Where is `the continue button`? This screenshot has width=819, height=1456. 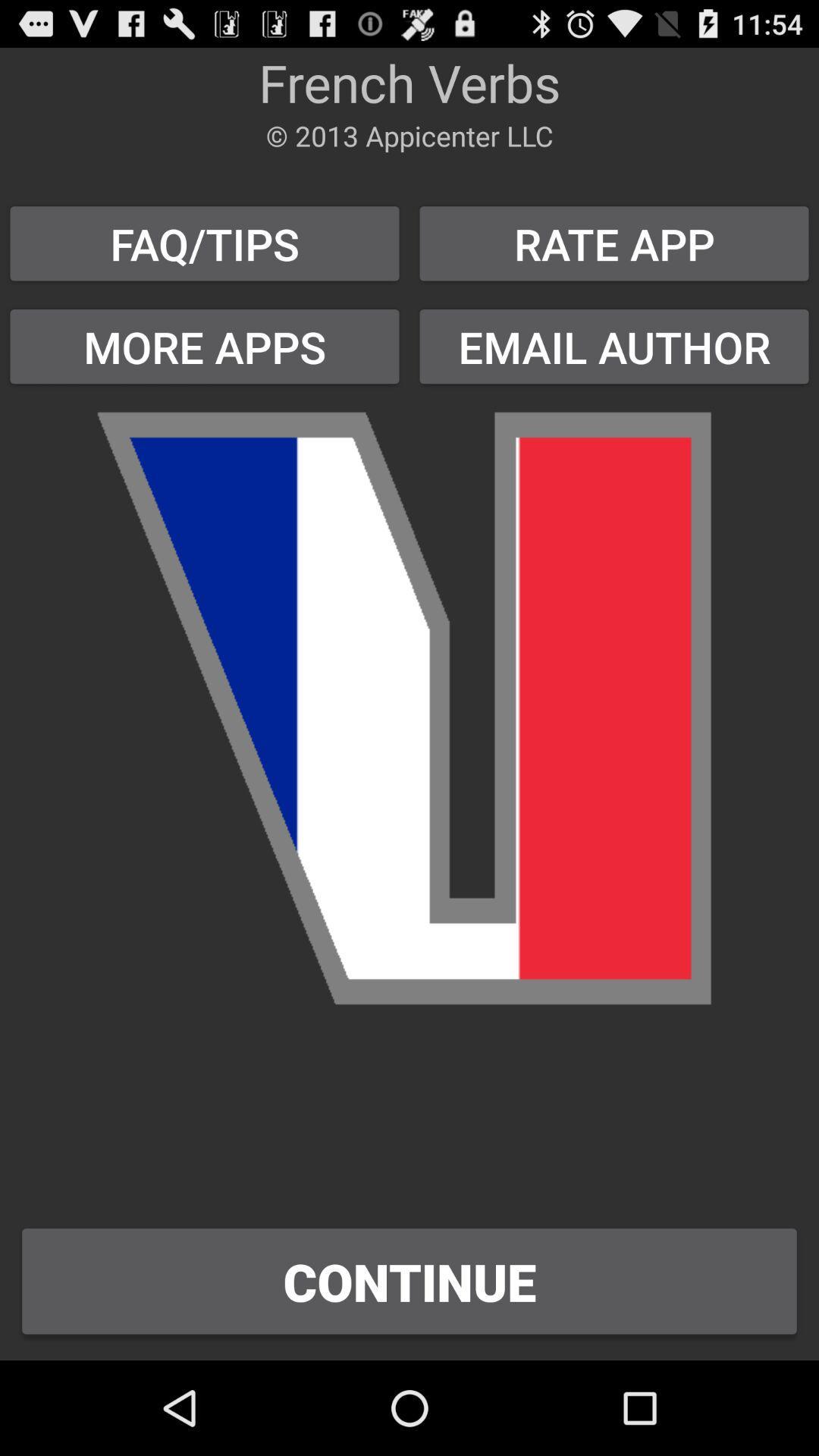
the continue button is located at coordinates (409, 1280).